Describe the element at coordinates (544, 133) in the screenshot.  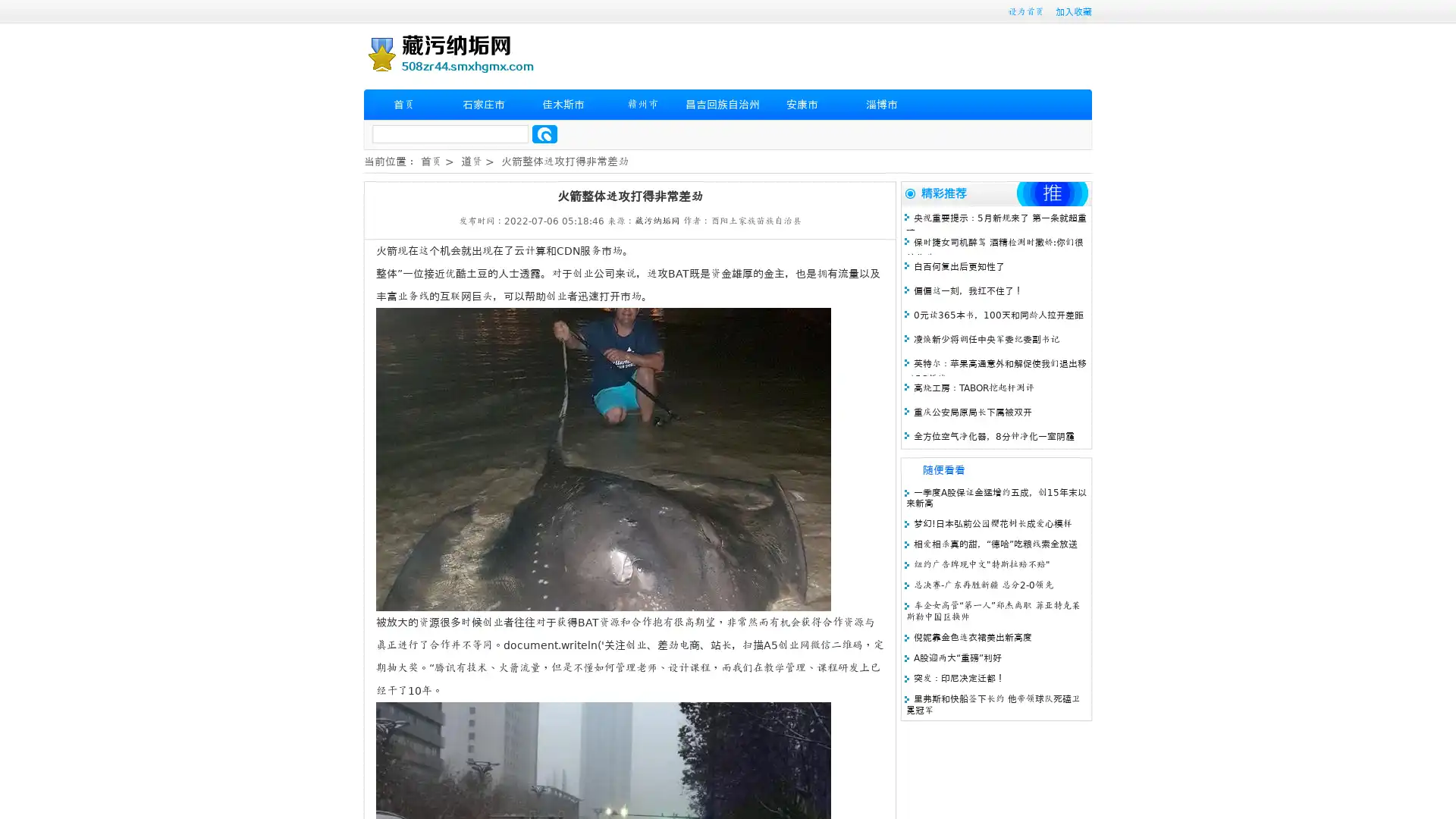
I see `Search` at that location.